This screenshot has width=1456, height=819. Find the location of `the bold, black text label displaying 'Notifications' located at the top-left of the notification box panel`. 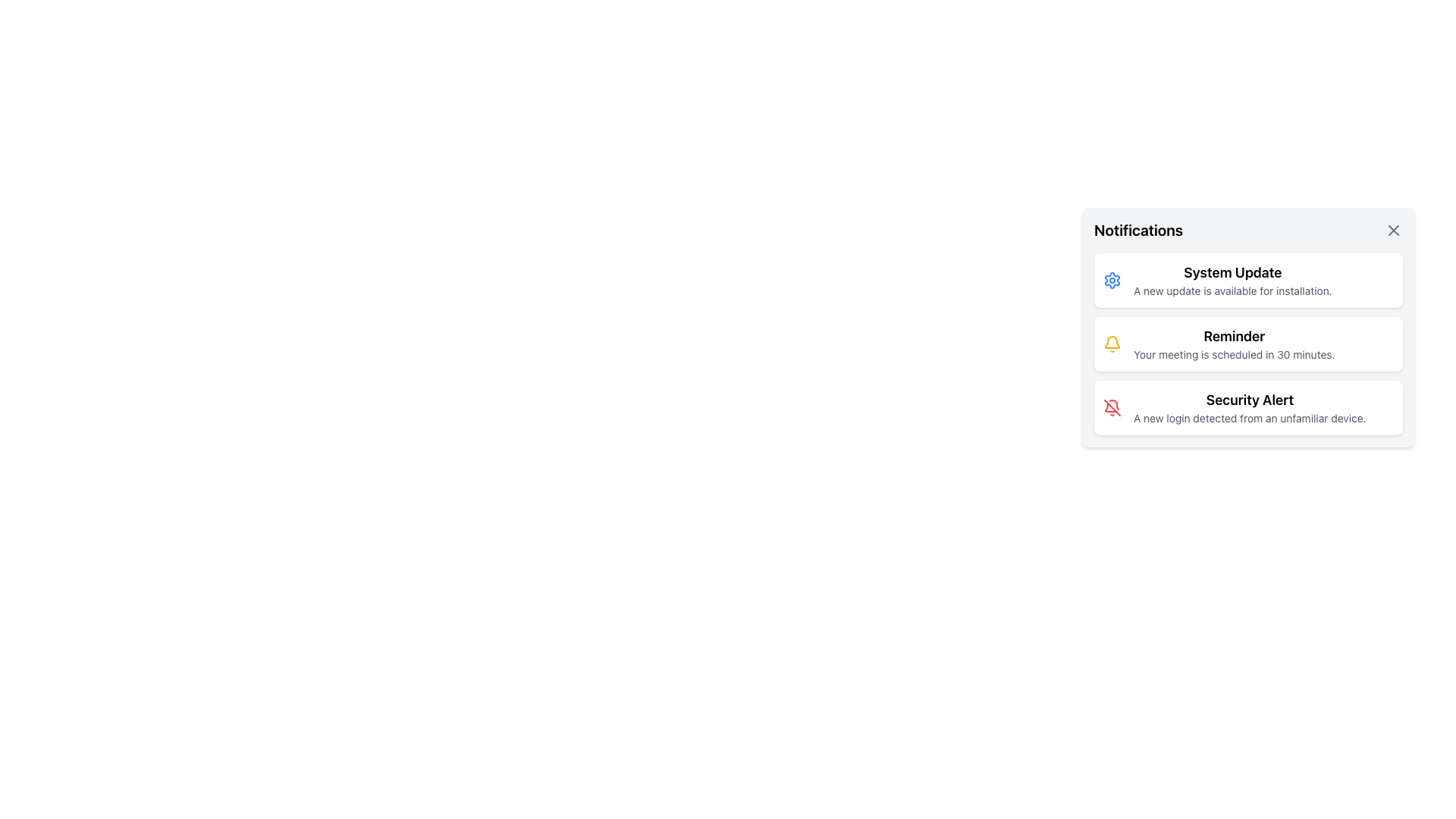

the bold, black text label displaying 'Notifications' located at the top-left of the notification box panel is located at coordinates (1138, 231).